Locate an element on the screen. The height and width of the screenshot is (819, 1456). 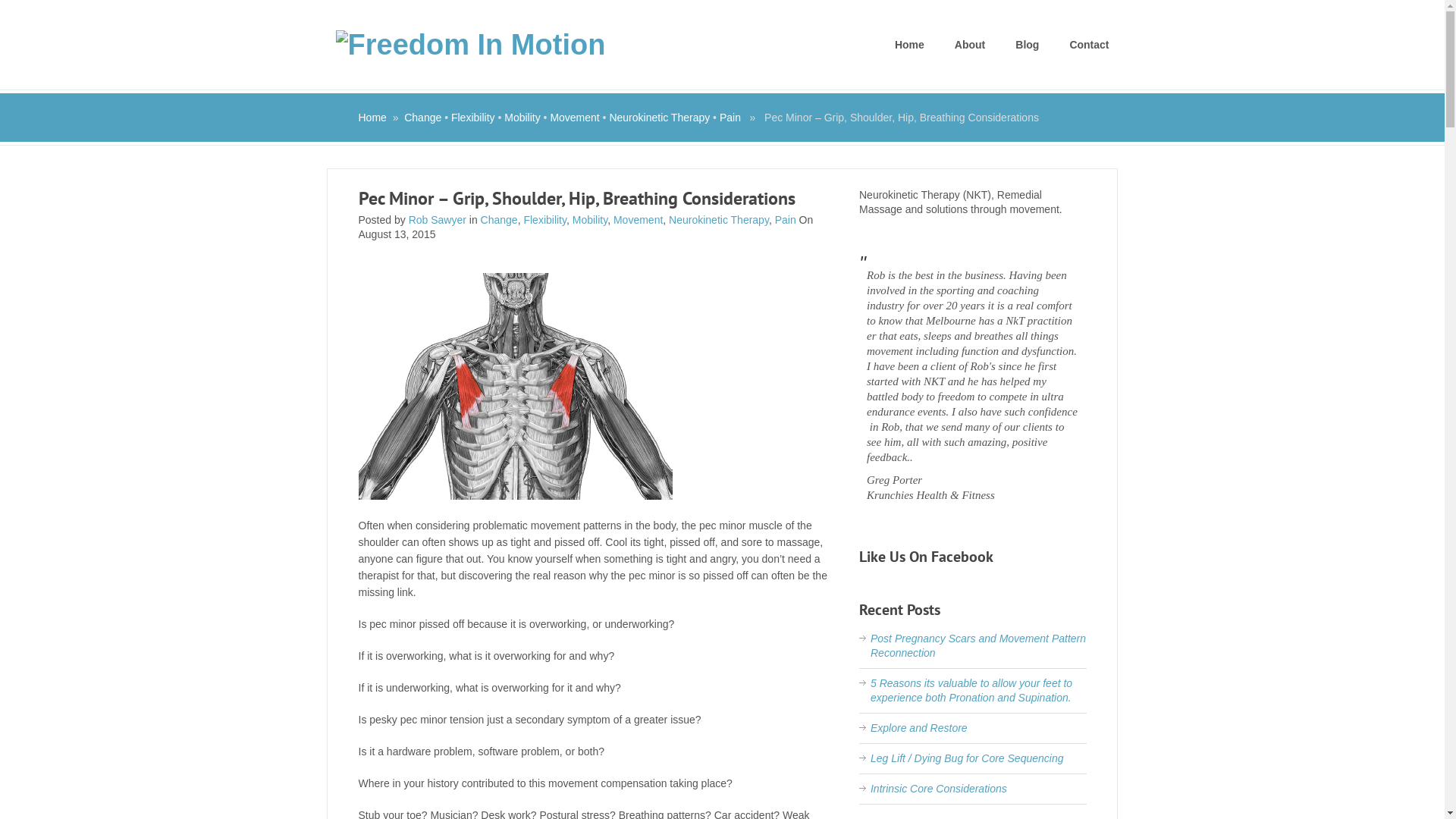
'Blog' is located at coordinates (1027, 44).